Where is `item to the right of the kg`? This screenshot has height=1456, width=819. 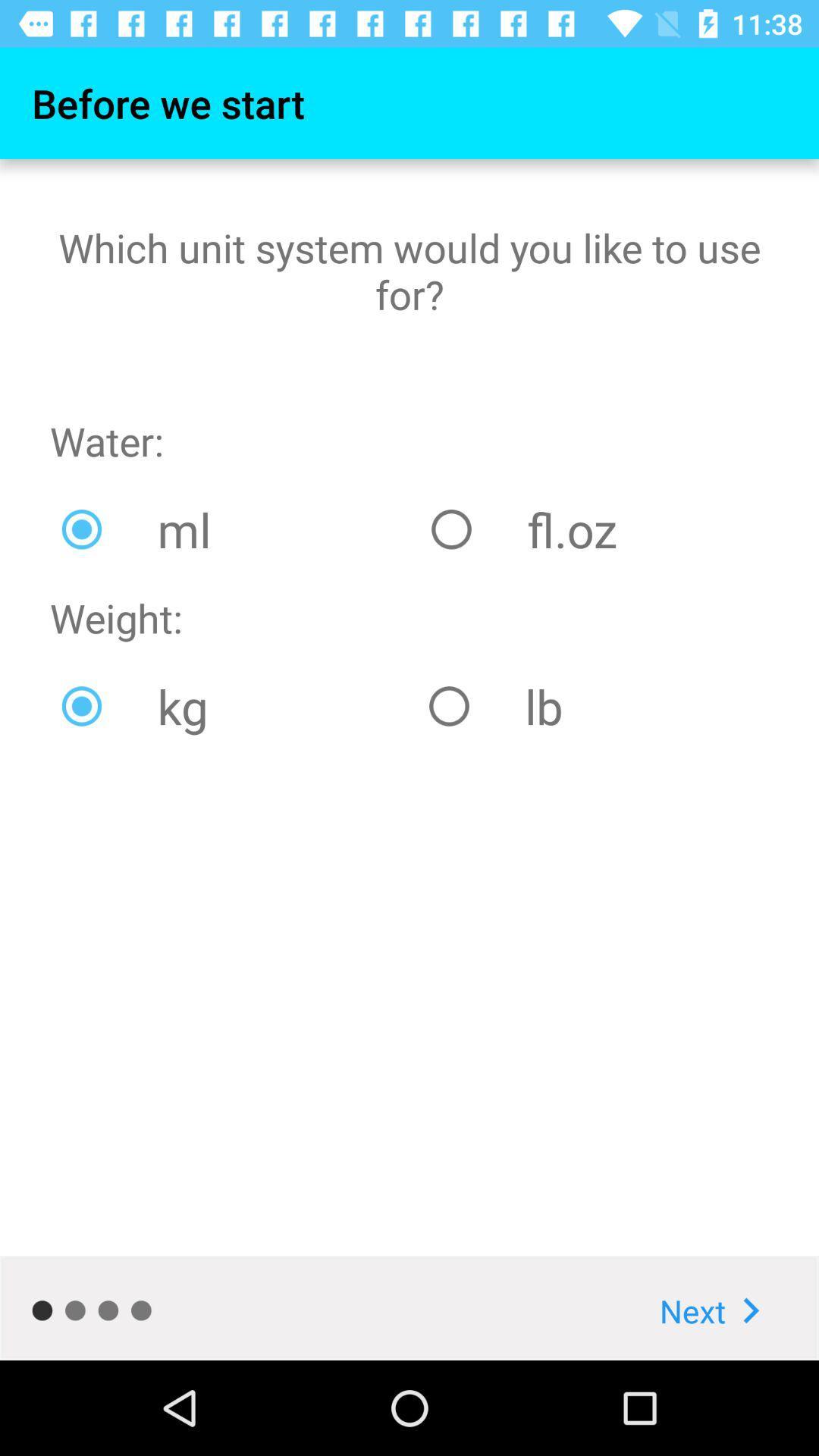 item to the right of the kg is located at coordinates (592, 705).